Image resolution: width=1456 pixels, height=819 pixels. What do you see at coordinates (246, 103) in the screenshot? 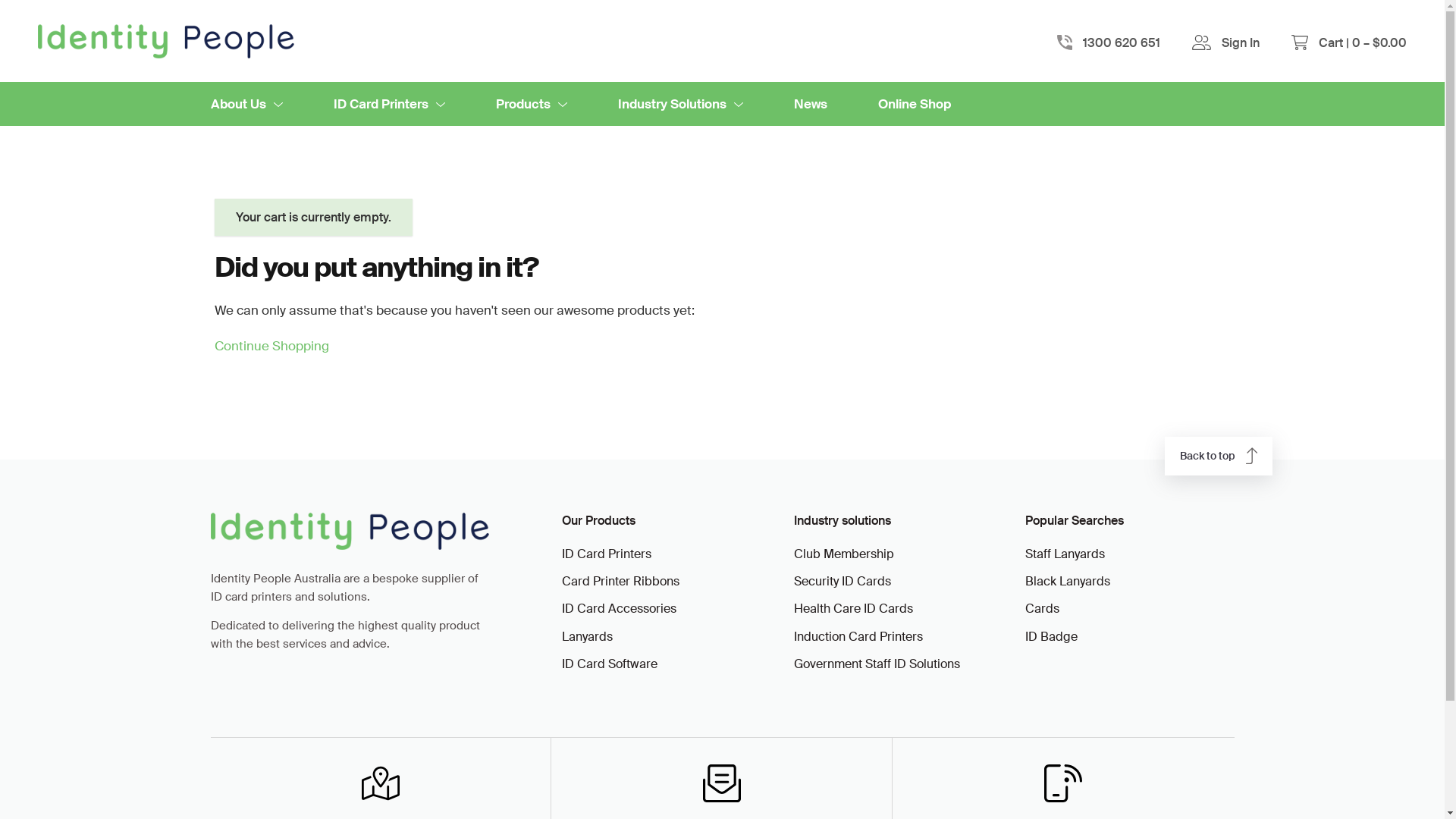
I see `'About Us'` at bounding box center [246, 103].